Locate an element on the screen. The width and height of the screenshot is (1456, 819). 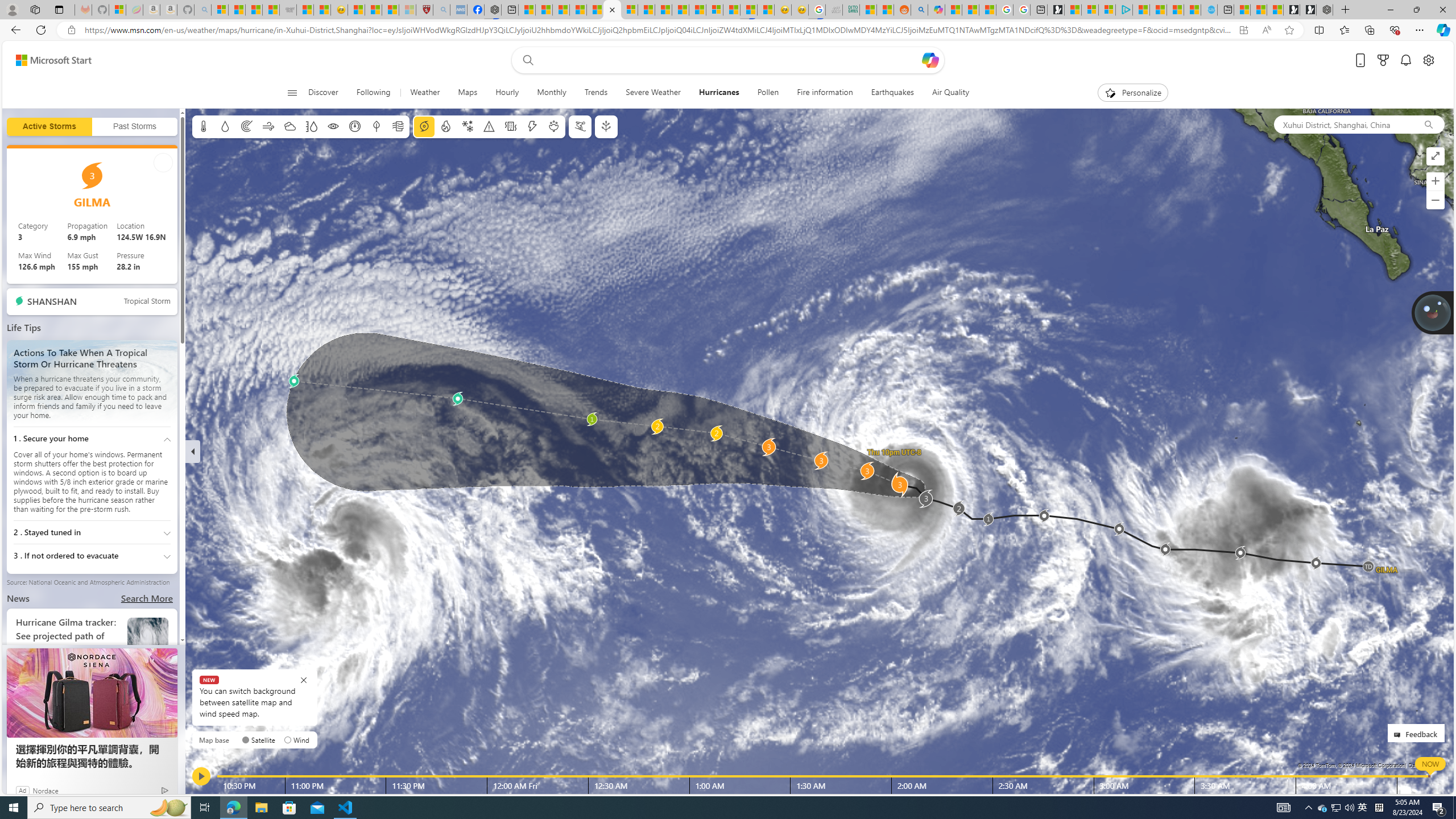
'Maps' is located at coordinates (466, 92).